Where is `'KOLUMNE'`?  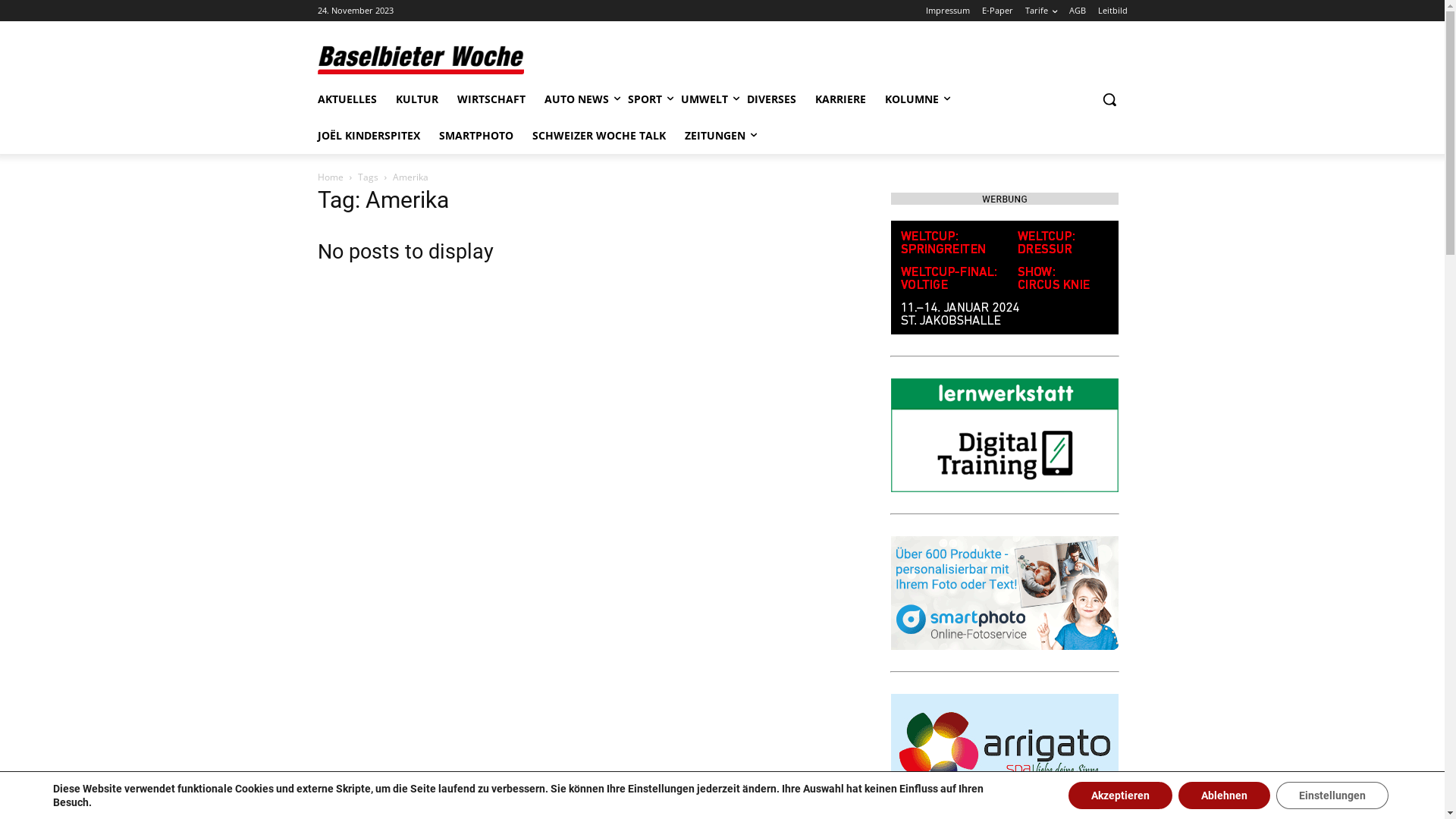
'KOLUMNE' is located at coordinates (910, 99).